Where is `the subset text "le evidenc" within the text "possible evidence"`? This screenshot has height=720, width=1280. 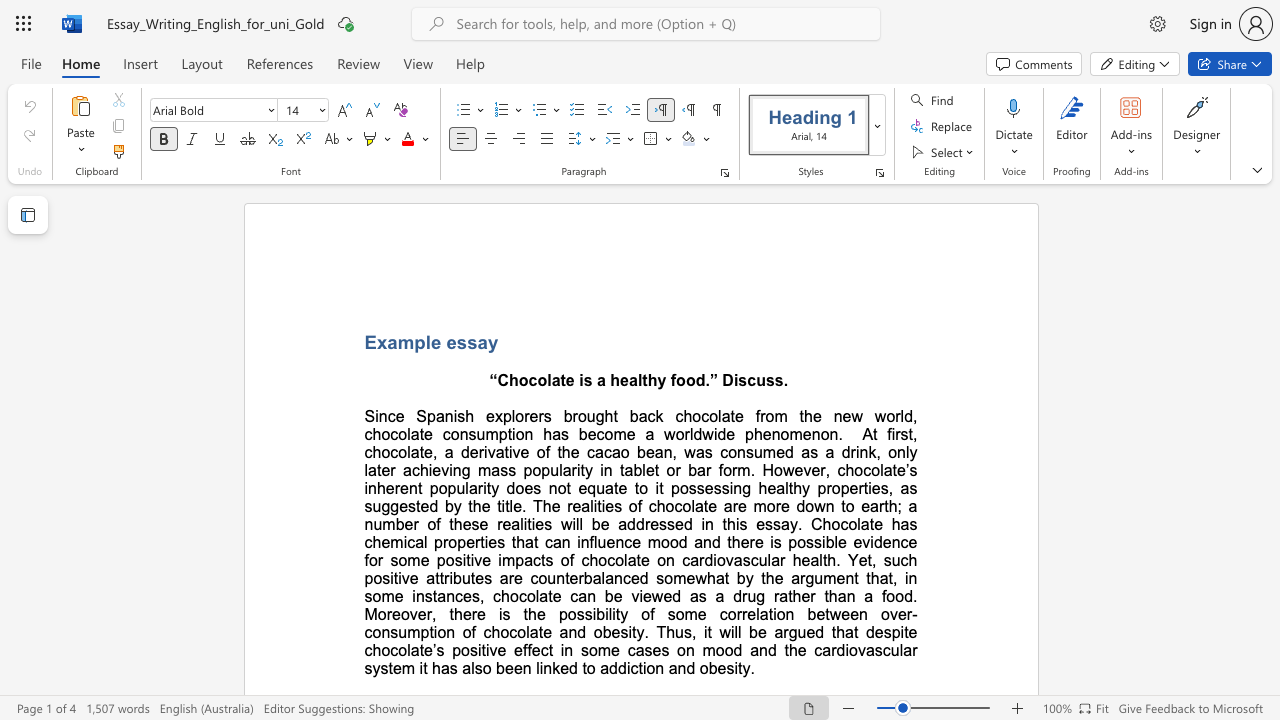
the subset text "le evidenc" within the text "possible evidence" is located at coordinates (834, 542).